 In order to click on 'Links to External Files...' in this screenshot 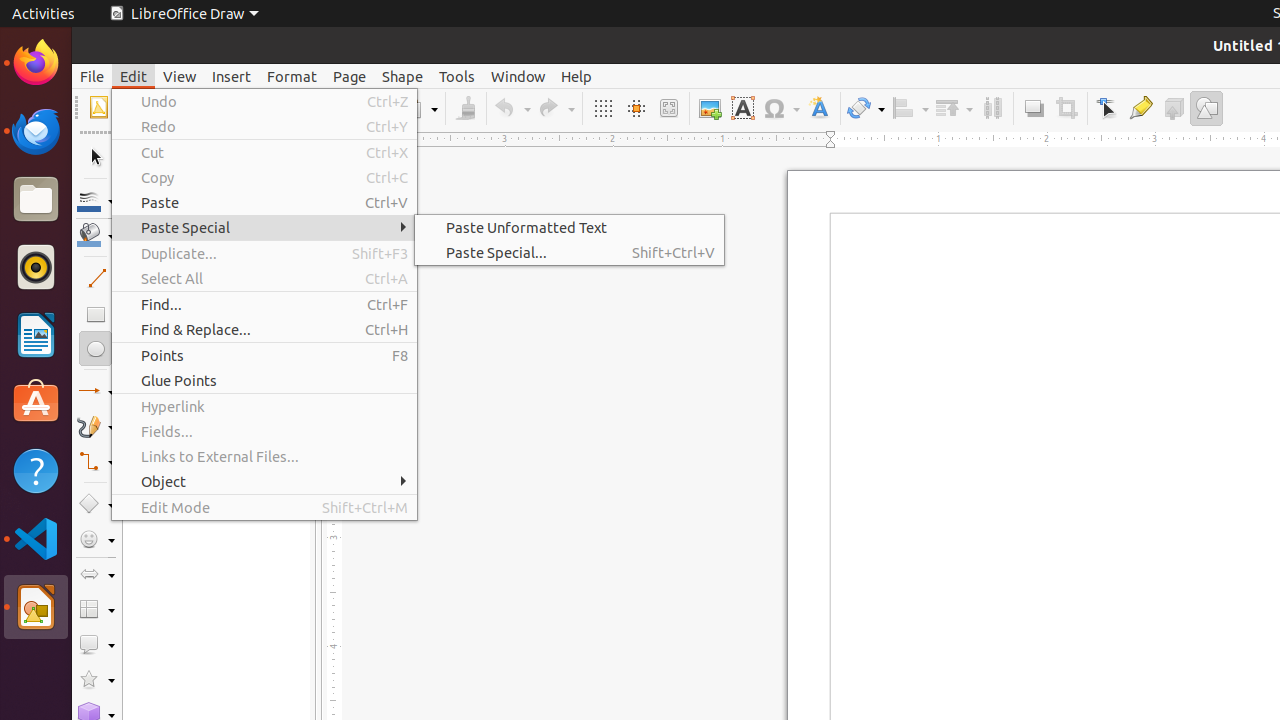, I will do `click(263, 456)`.